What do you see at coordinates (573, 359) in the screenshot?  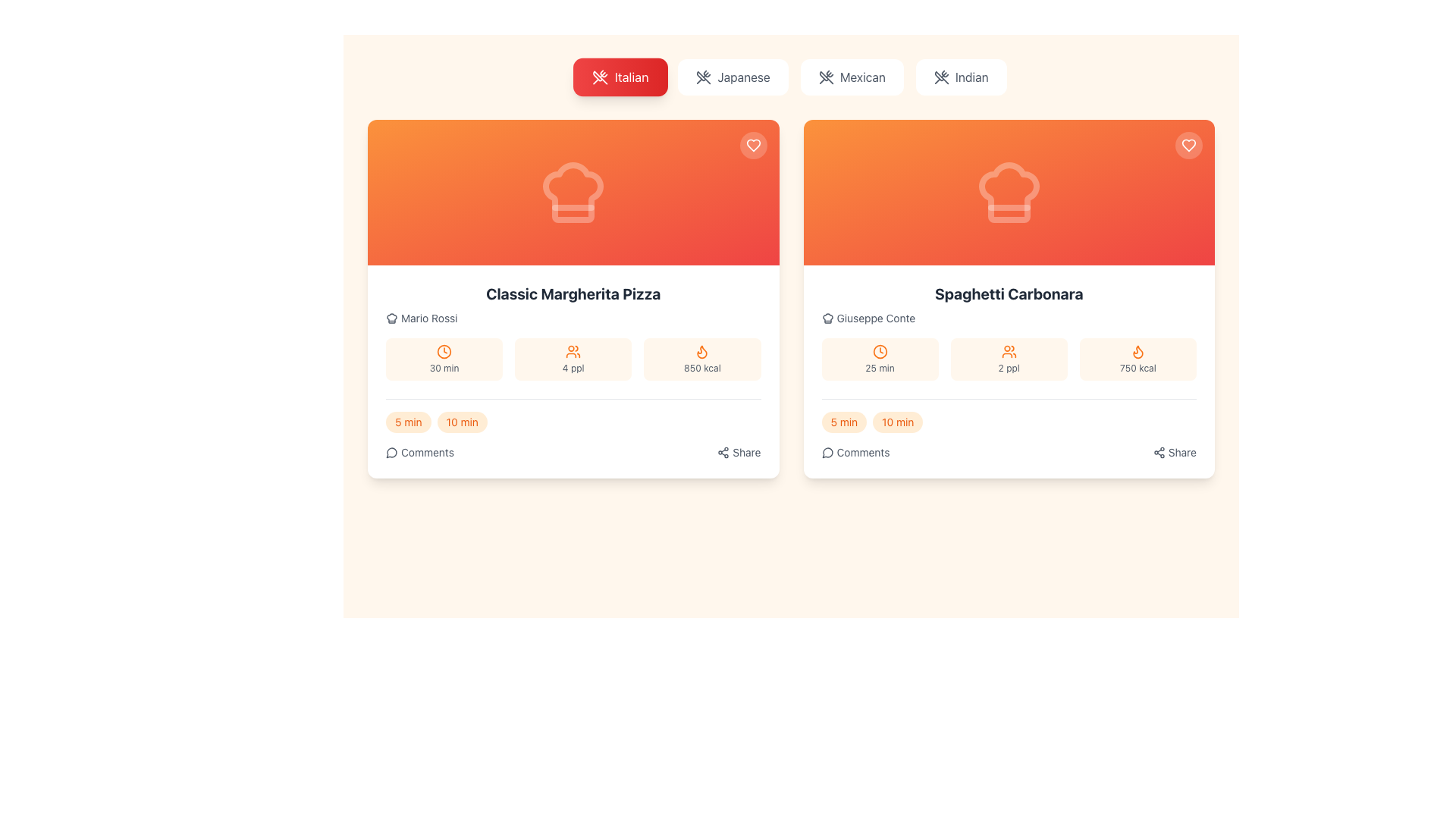 I see `details from the Summary Details Section for the 'Classic Margherita Pizza' recipe, which contains icons and descriptions for time, number of people, and calories` at bounding box center [573, 359].